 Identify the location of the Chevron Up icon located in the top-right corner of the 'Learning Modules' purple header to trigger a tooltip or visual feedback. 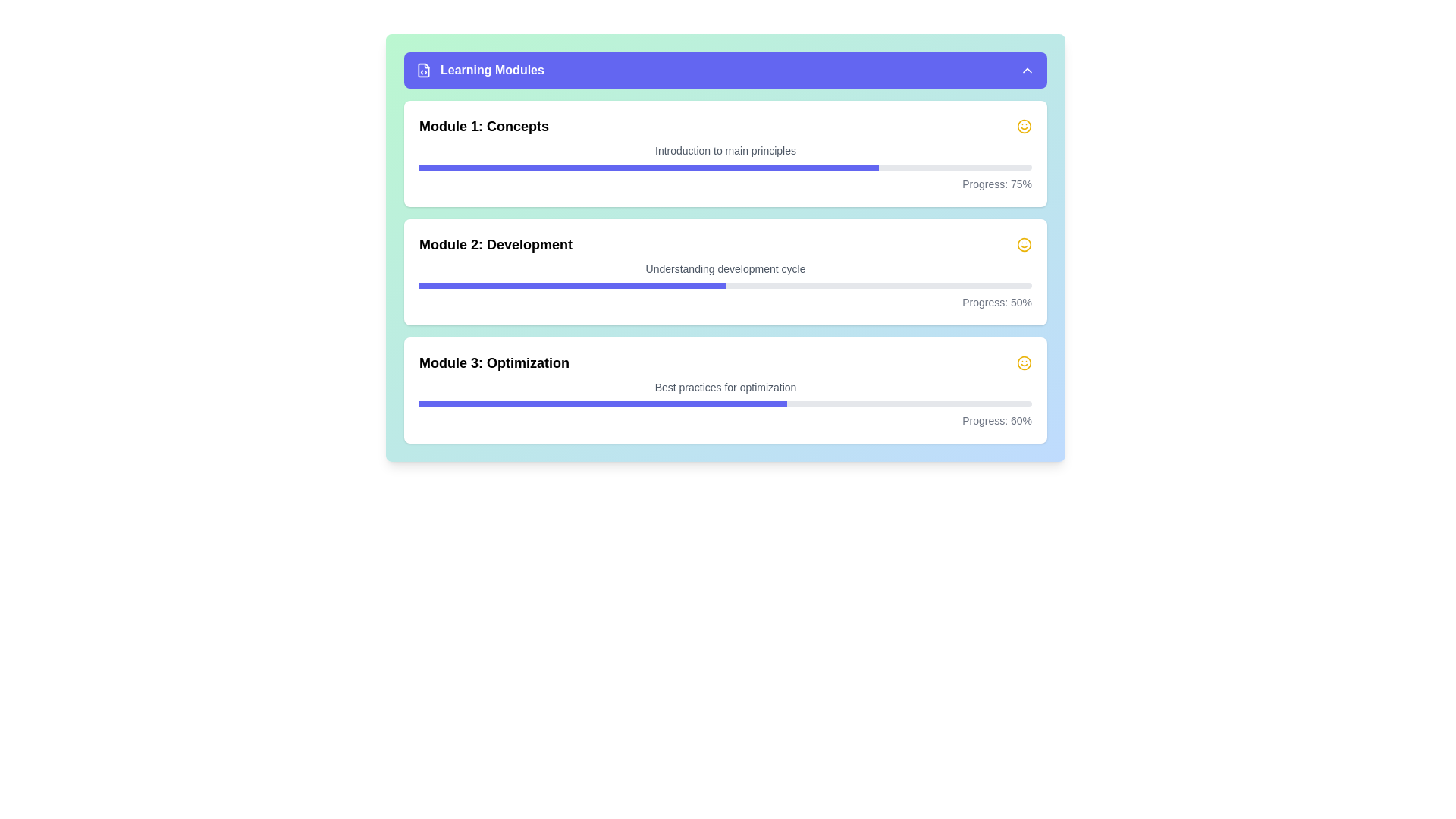
(1027, 70).